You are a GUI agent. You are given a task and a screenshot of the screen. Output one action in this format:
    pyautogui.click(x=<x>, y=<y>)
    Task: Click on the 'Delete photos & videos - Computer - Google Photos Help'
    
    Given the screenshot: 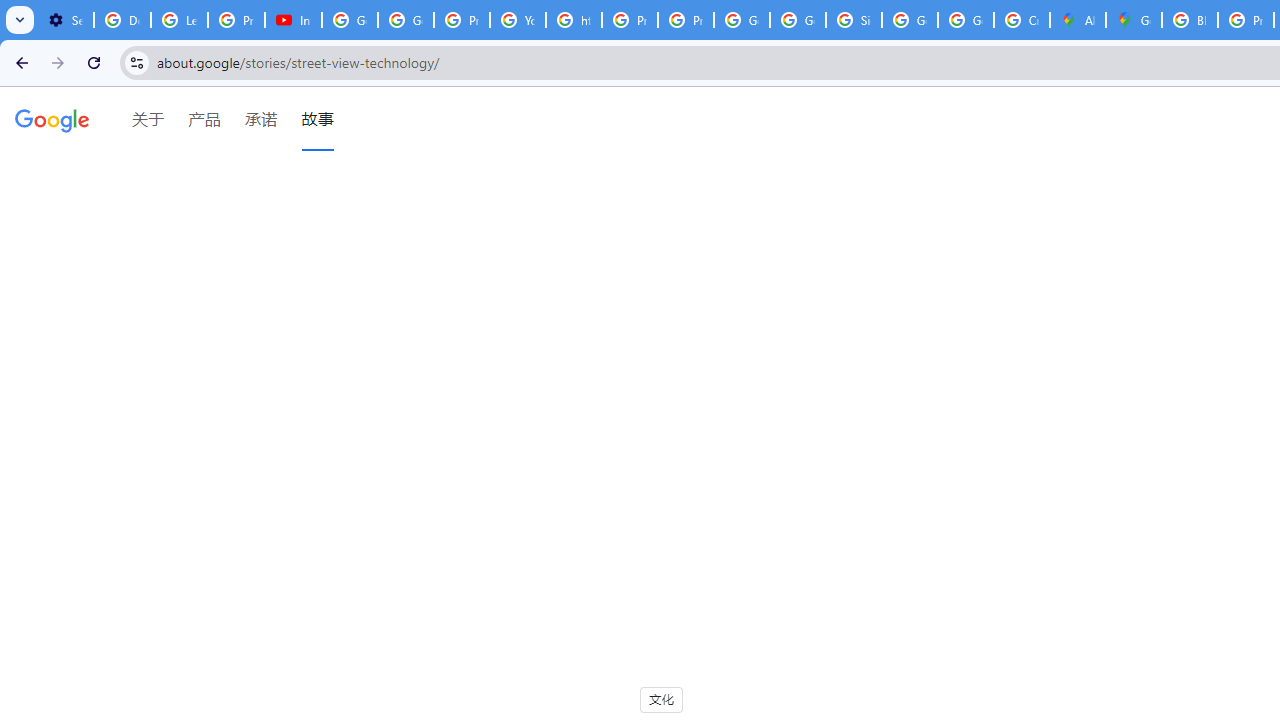 What is the action you would take?
    pyautogui.click(x=121, y=20)
    